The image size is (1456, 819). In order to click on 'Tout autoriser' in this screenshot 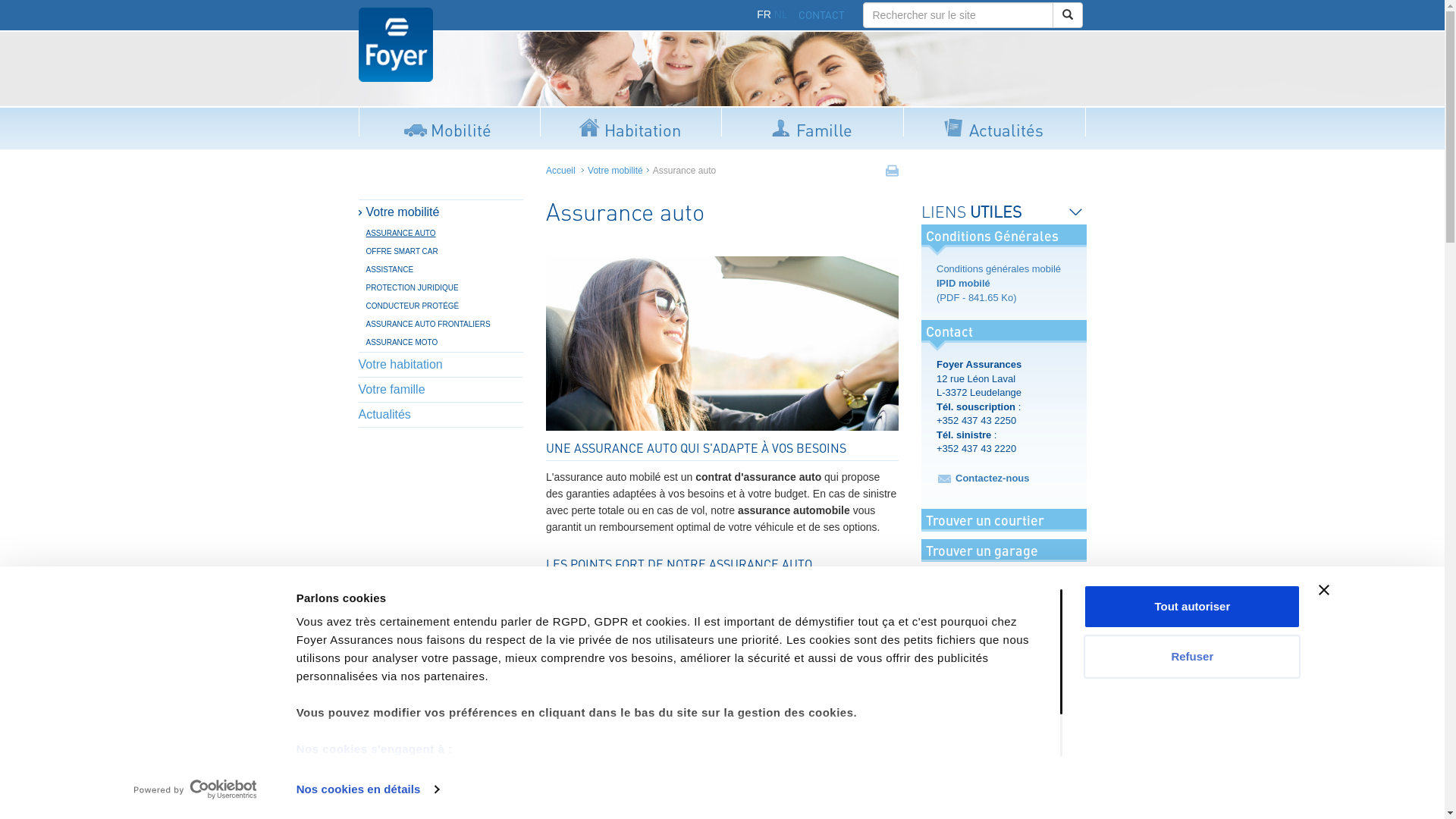, I will do `click(1083, 605)`.